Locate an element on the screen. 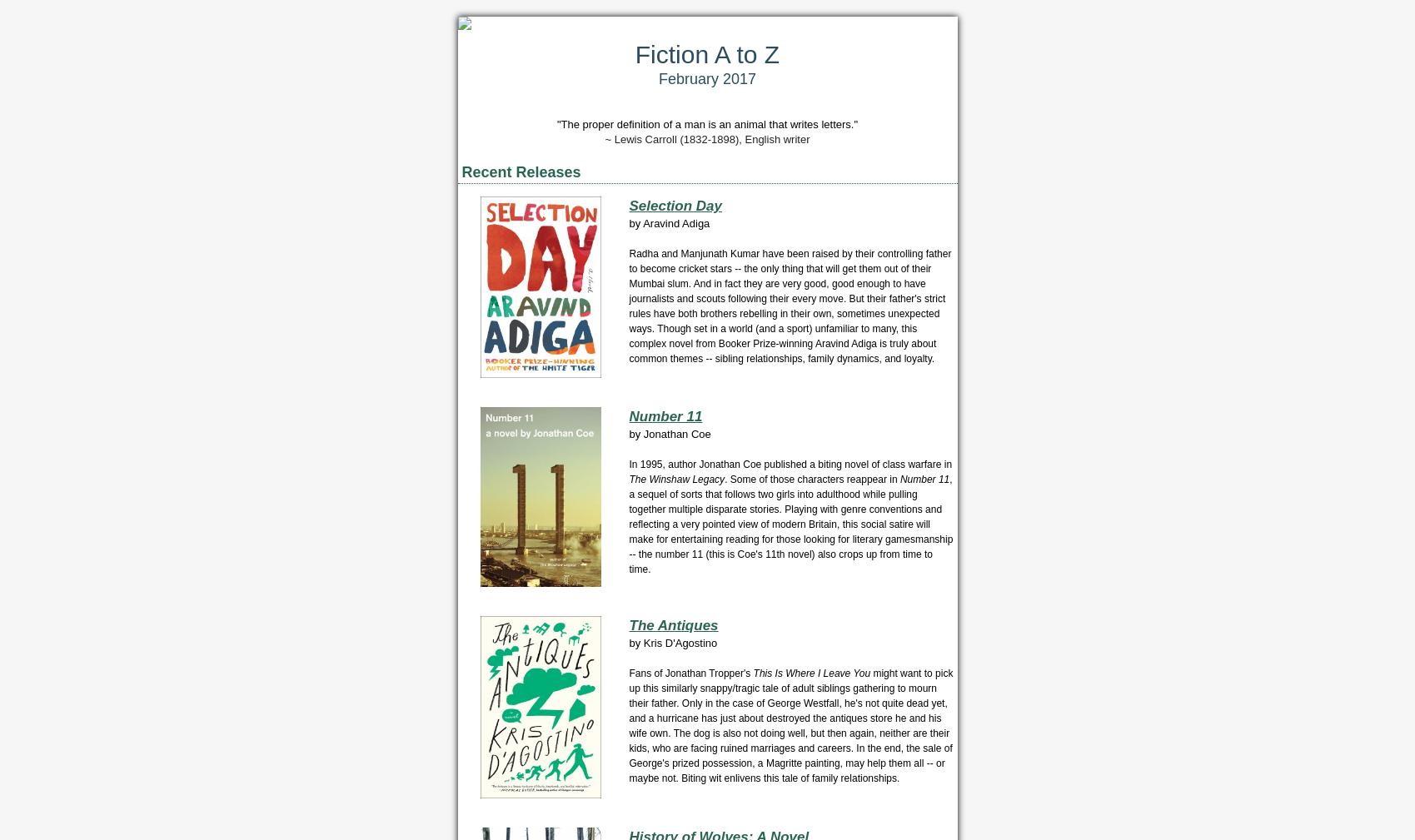 The image size is (1415, 840). 'Selection Day' is located at coordinates (628, 205).